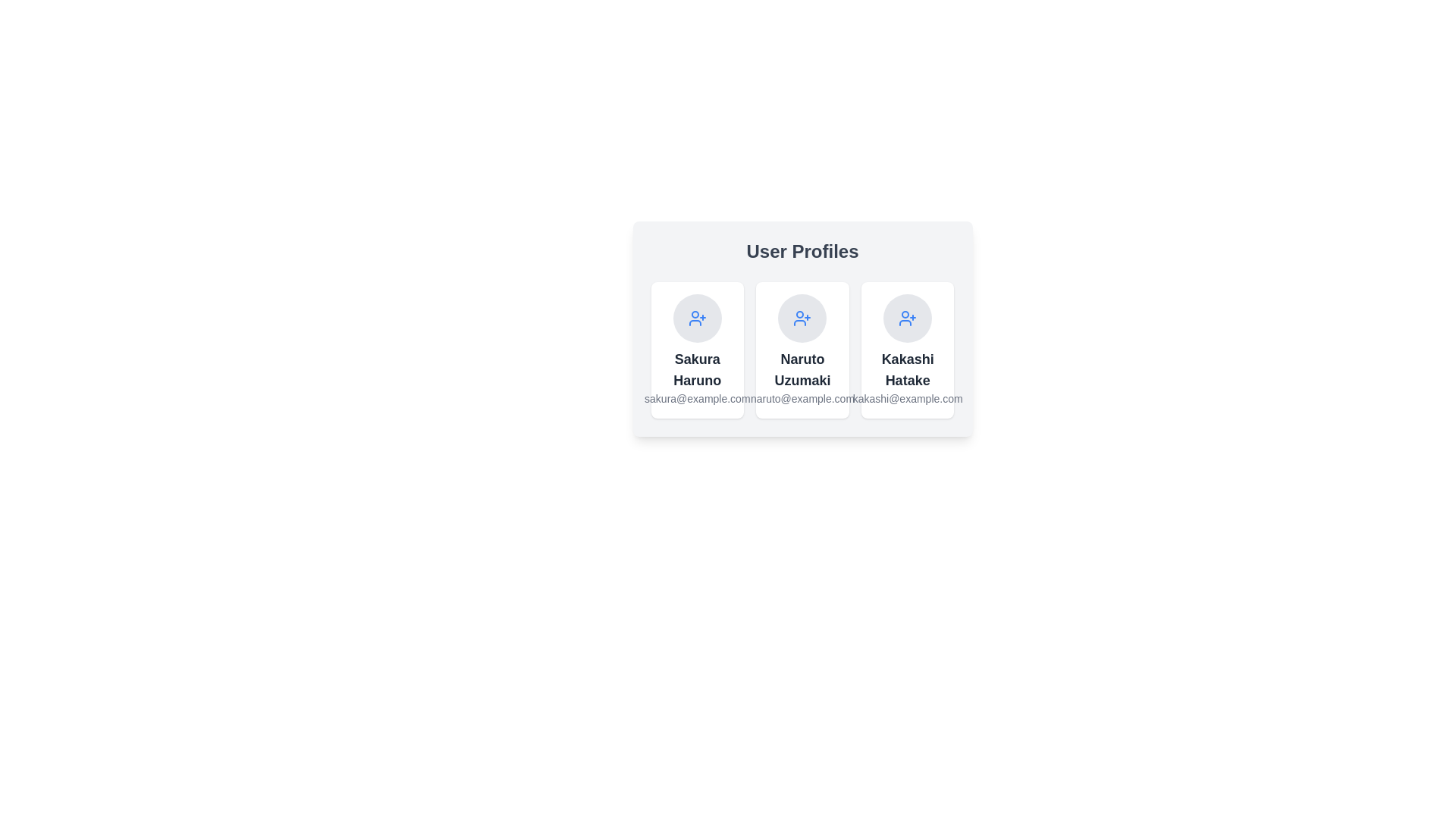 The image size is (1456, 819). I want to click on the user name text label 'Sakura Haruno' located in the first column of the 'User Profiles' section, positioned between an icon above and the email text below, so click(696, 370).